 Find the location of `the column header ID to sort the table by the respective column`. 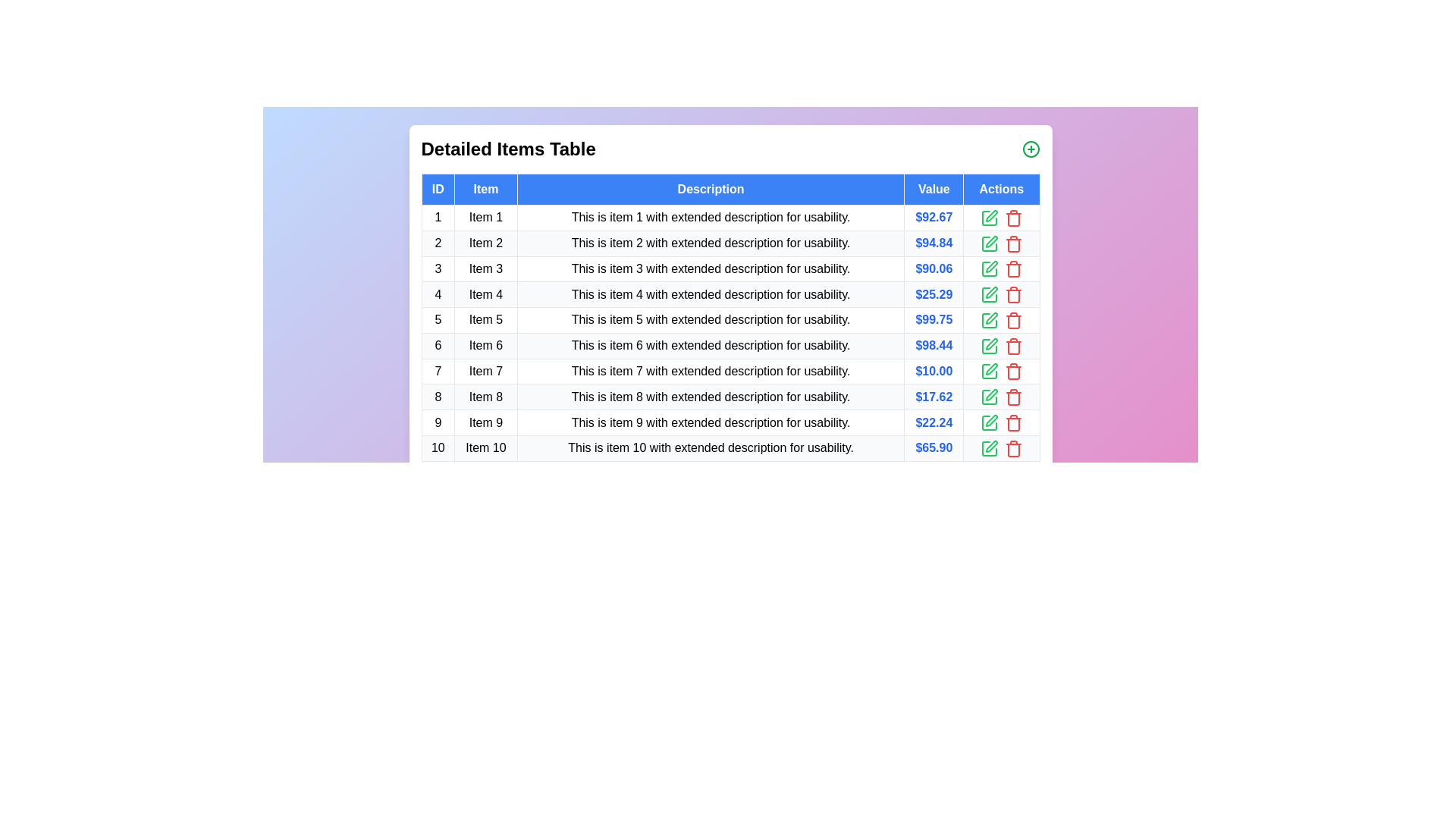

the column header ID to sort the table by the respective column is located at coordinates (436, 189).